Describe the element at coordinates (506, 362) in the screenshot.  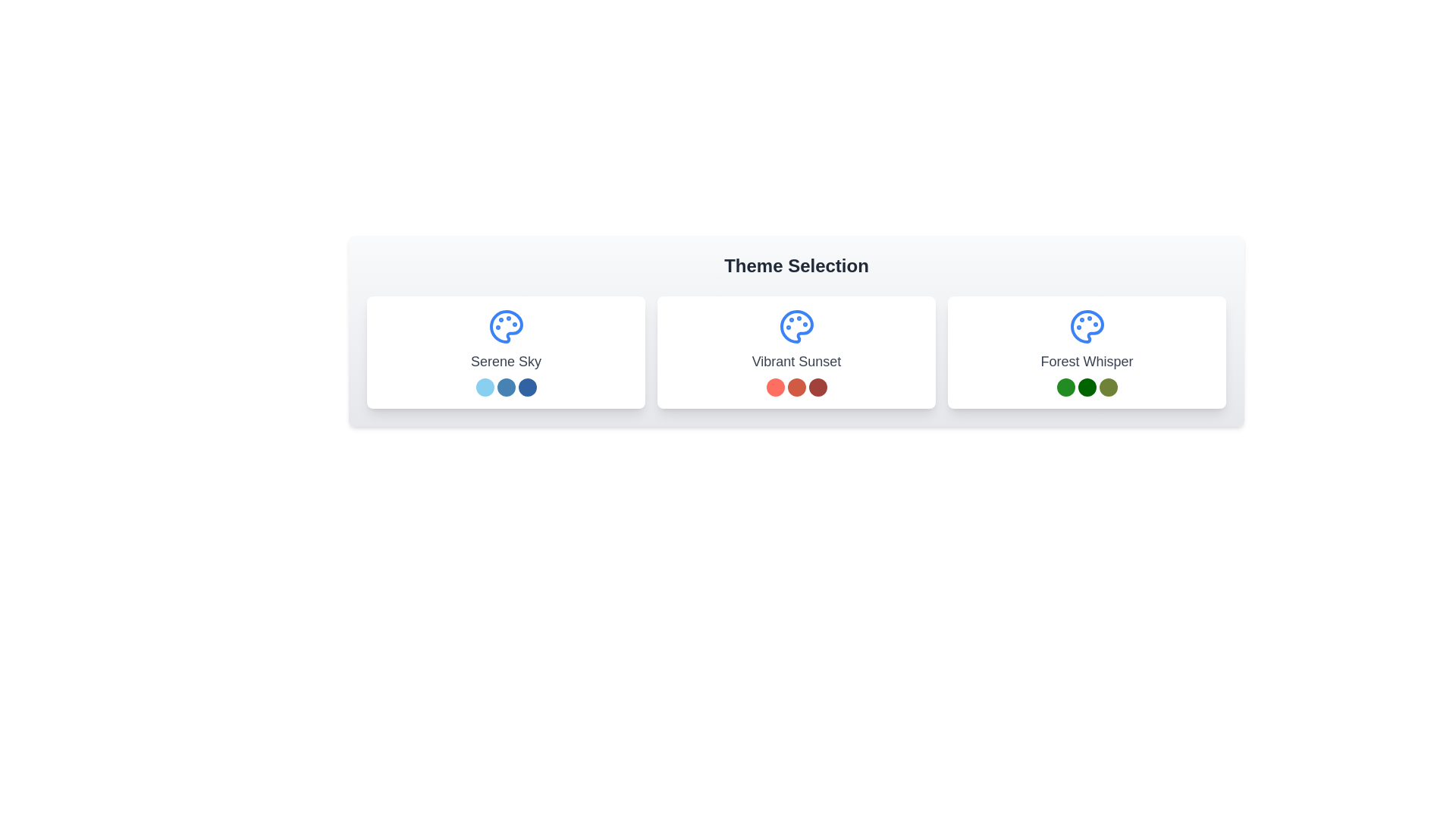
I see `text label displaying 'Serene Sky', which is centrally aligned within its card component, located below a blue color palette icon` at that location.